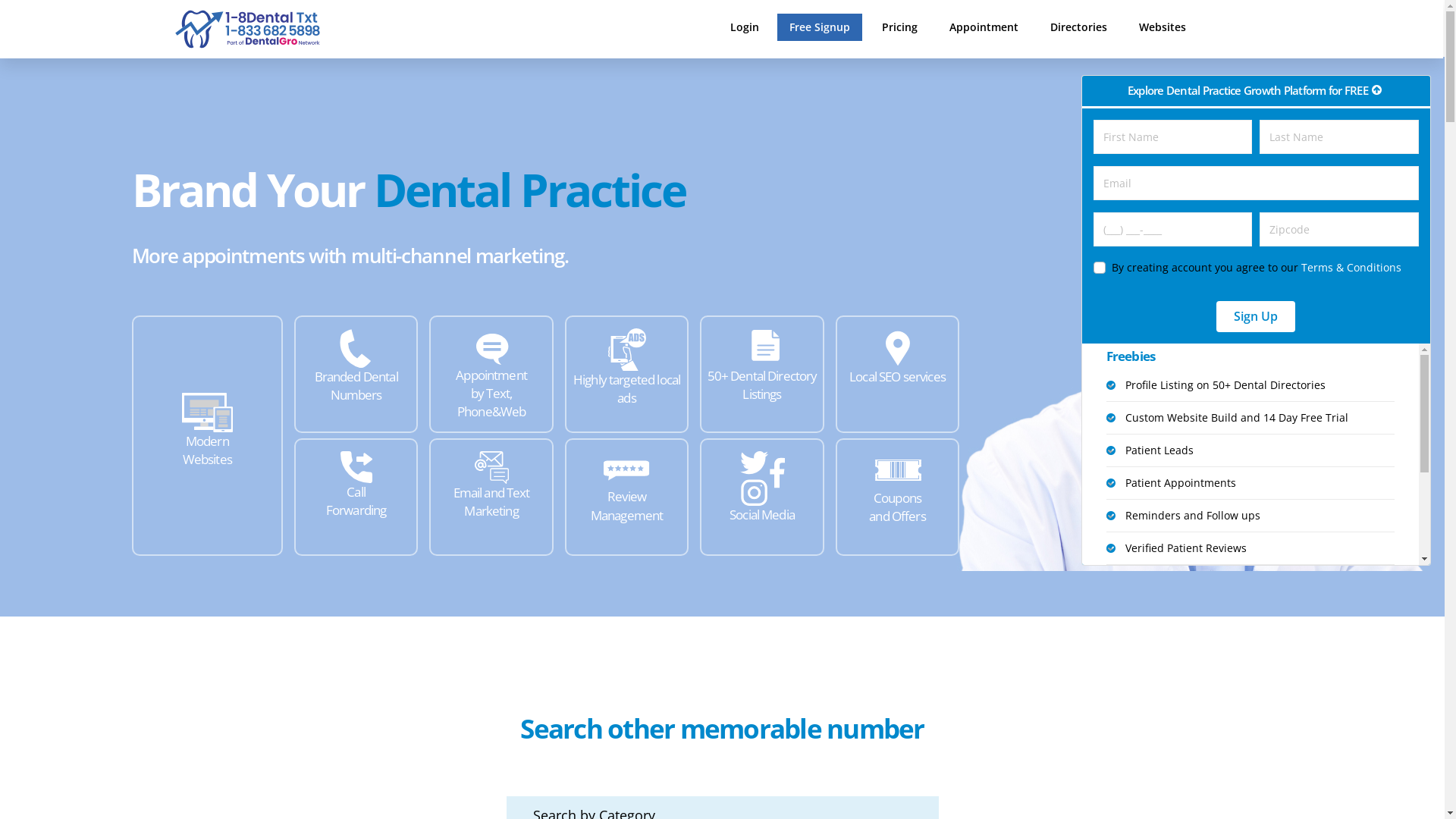 This screenshot has height=819, width=1456. What do you see at coordinates (206, 435) in the screenshot?
I see `'Modern` at bounding box center [206, 435].